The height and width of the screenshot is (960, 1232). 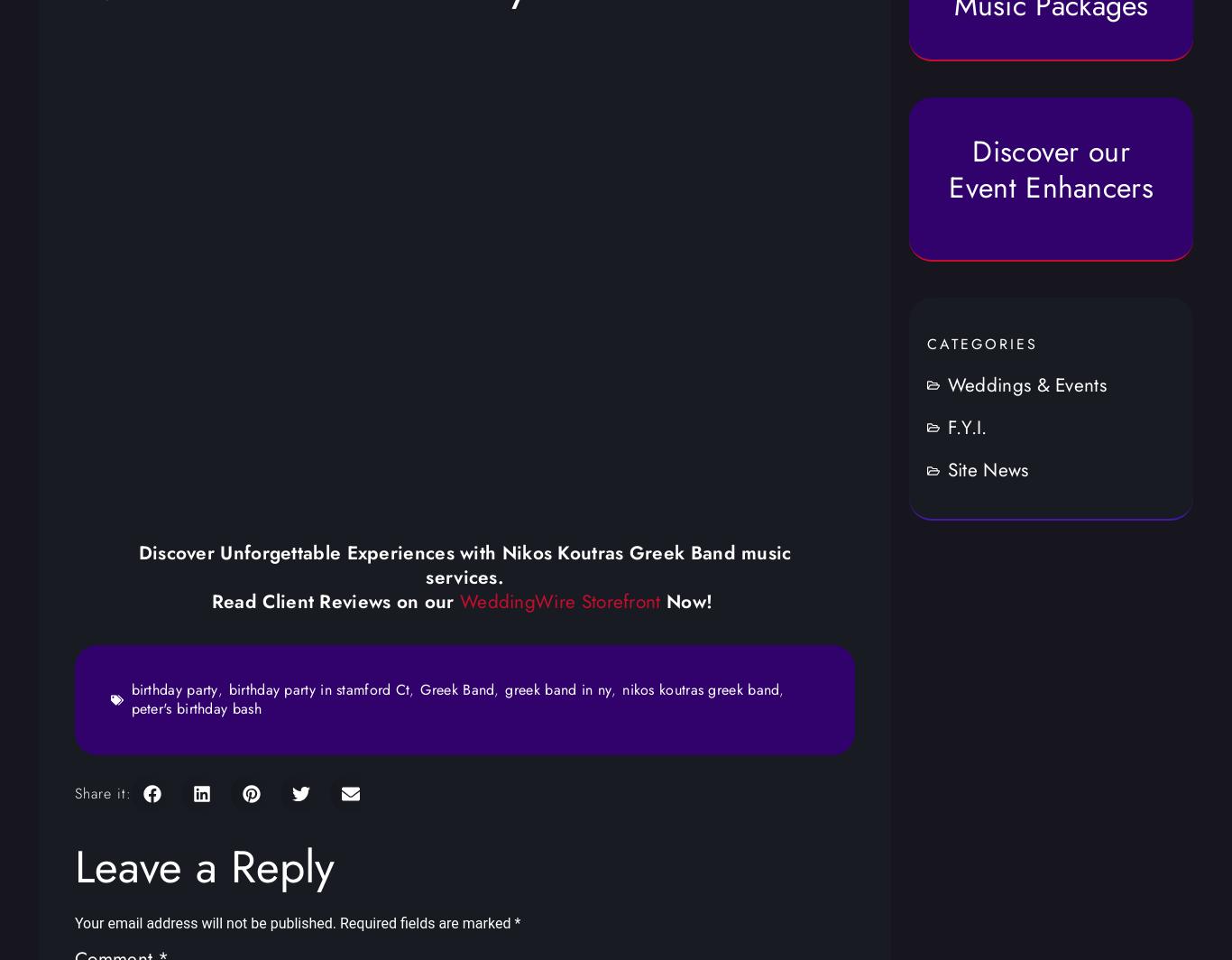 What do you see at coordinates (204, 867) in the screenshot?
I see `'Leave a Reply'` at bounding box center [204, 867].